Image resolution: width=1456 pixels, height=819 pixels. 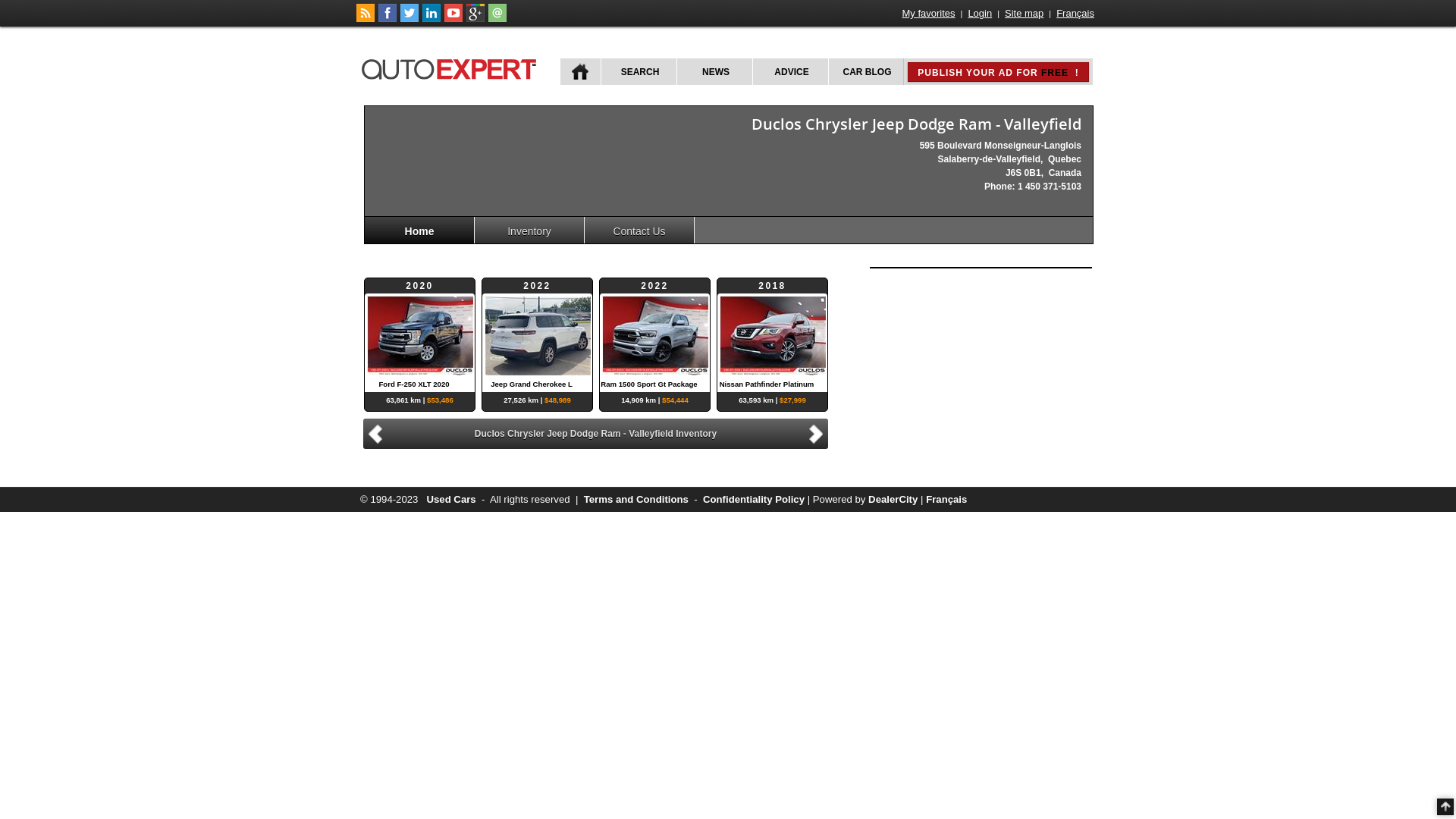 What do you see at coordinates (475, 18) in the screenshot?
I see `'Follow autoExpert.ca on Google Plus'` at bounding box center [475, 18].